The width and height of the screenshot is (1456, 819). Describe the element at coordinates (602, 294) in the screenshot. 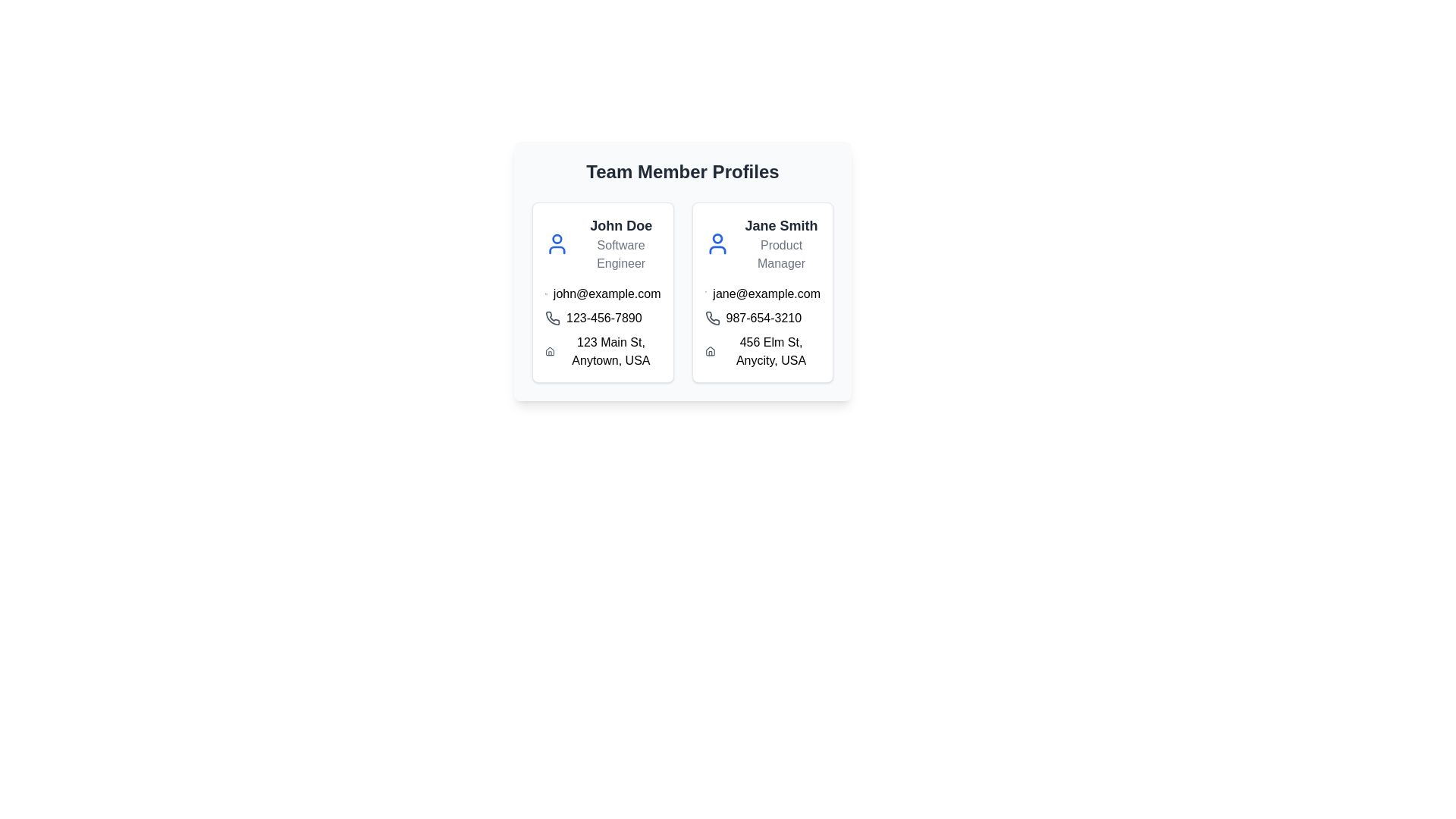

I see `the text label displaying 'john@example.com'` at that location.